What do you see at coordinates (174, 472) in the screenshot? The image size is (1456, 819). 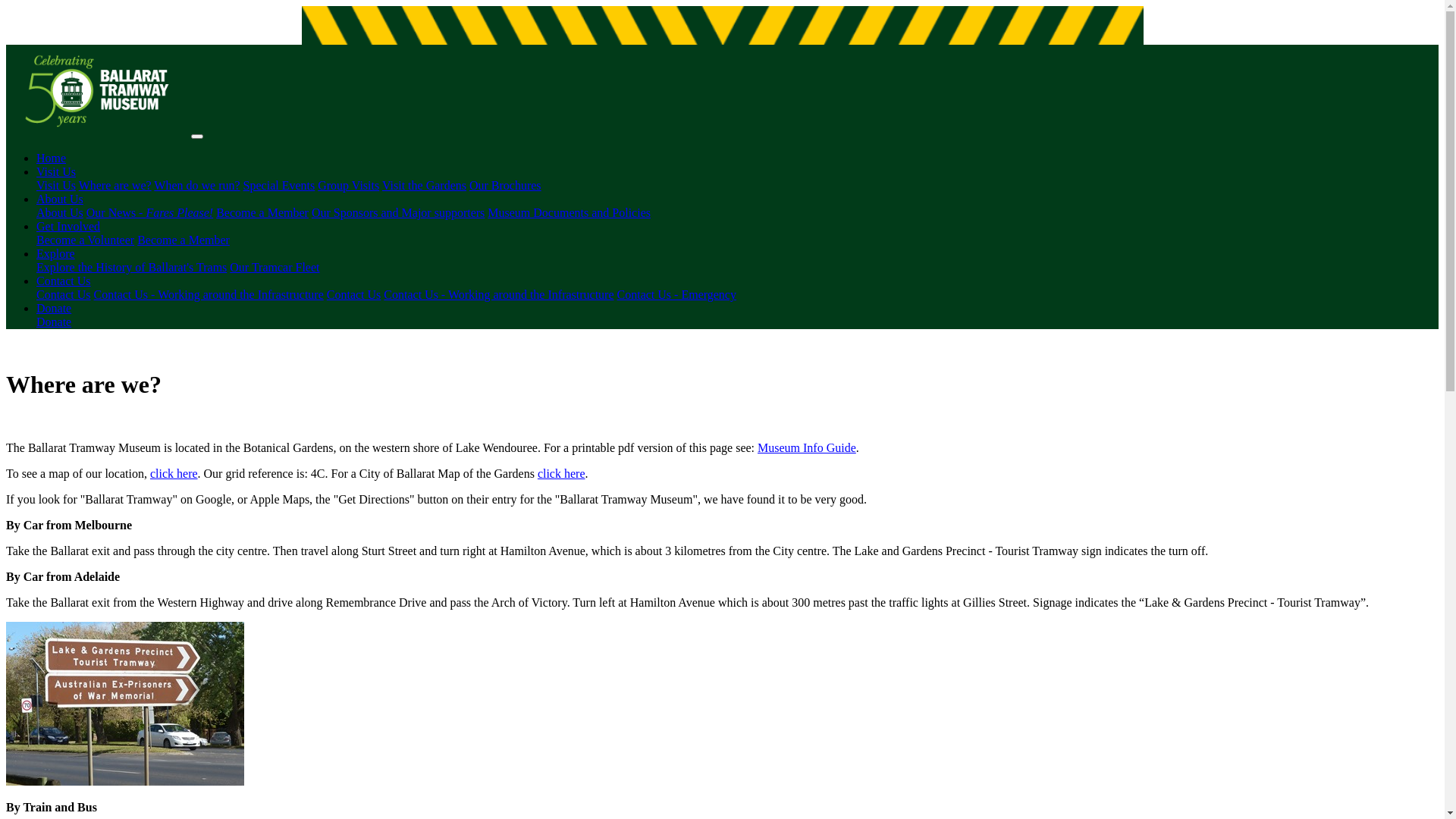 I see `'click here'` at bounding box center [174, 472].